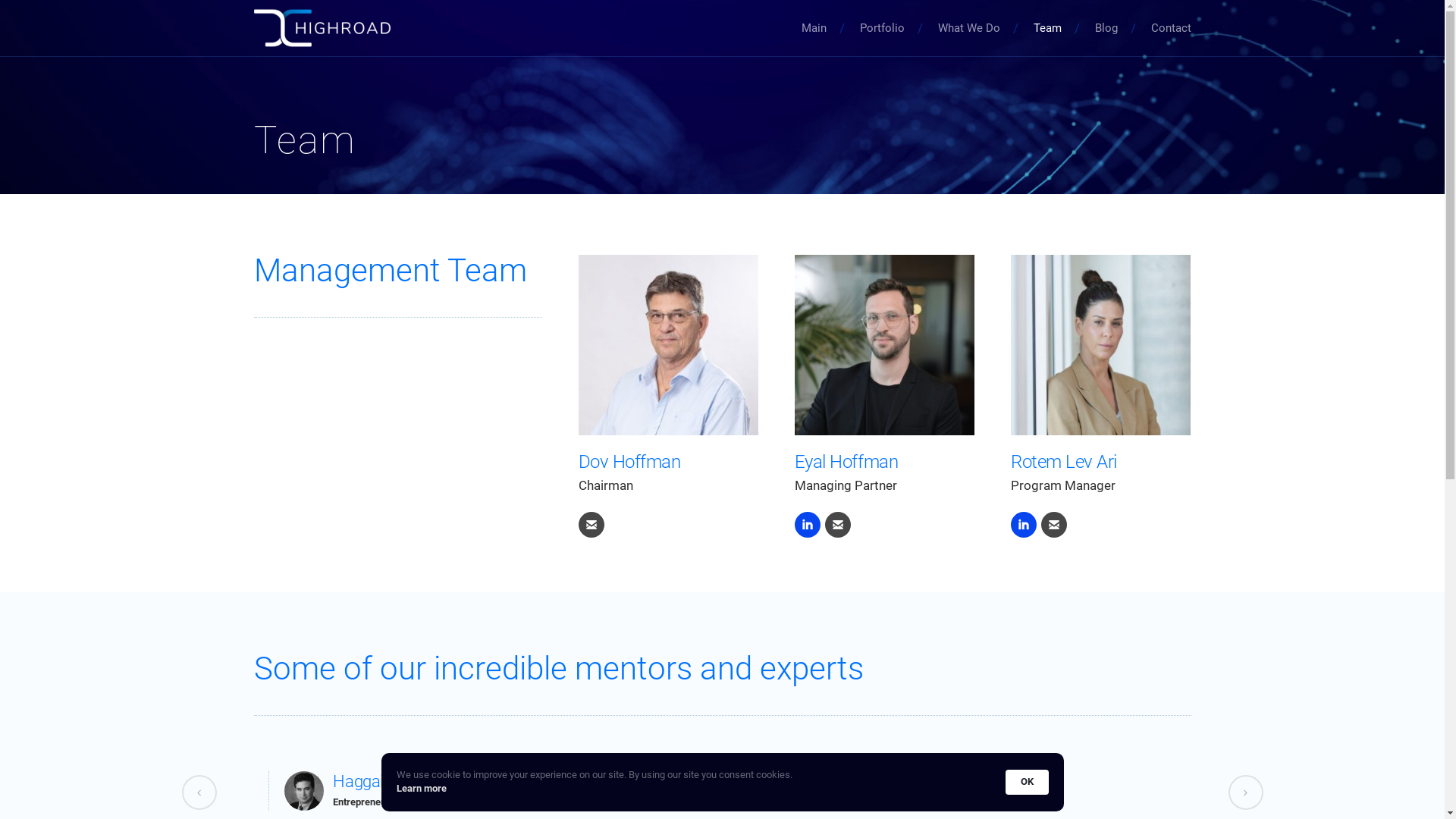 The height and width of the screenshot is (819, 1456). Describe the element at coordinates (421, 788) in the screenshot. I see `'Learn more'` at that location.